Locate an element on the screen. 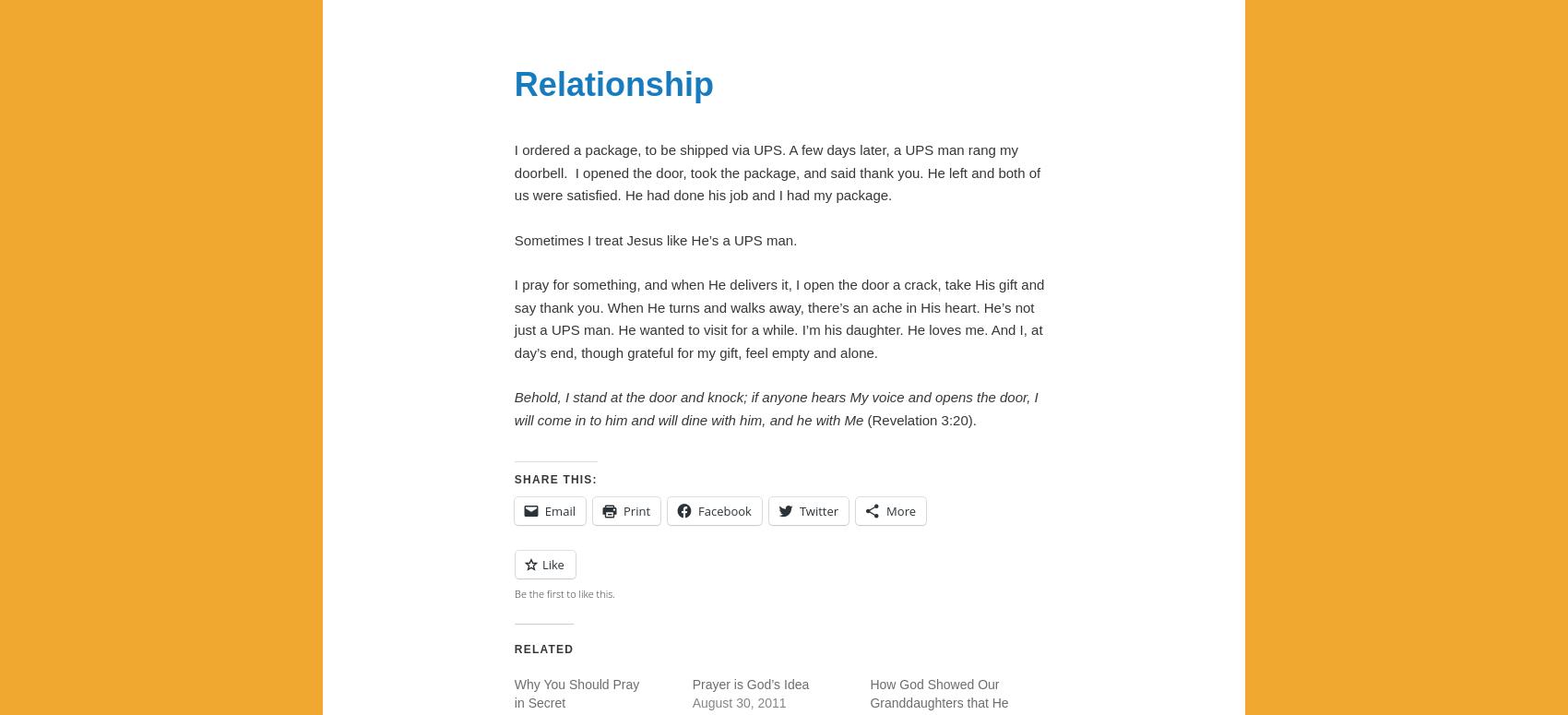 Image resolution: width=1568 pixels, height=715 pixels. 'Email' is located at coordinates (559, 510).